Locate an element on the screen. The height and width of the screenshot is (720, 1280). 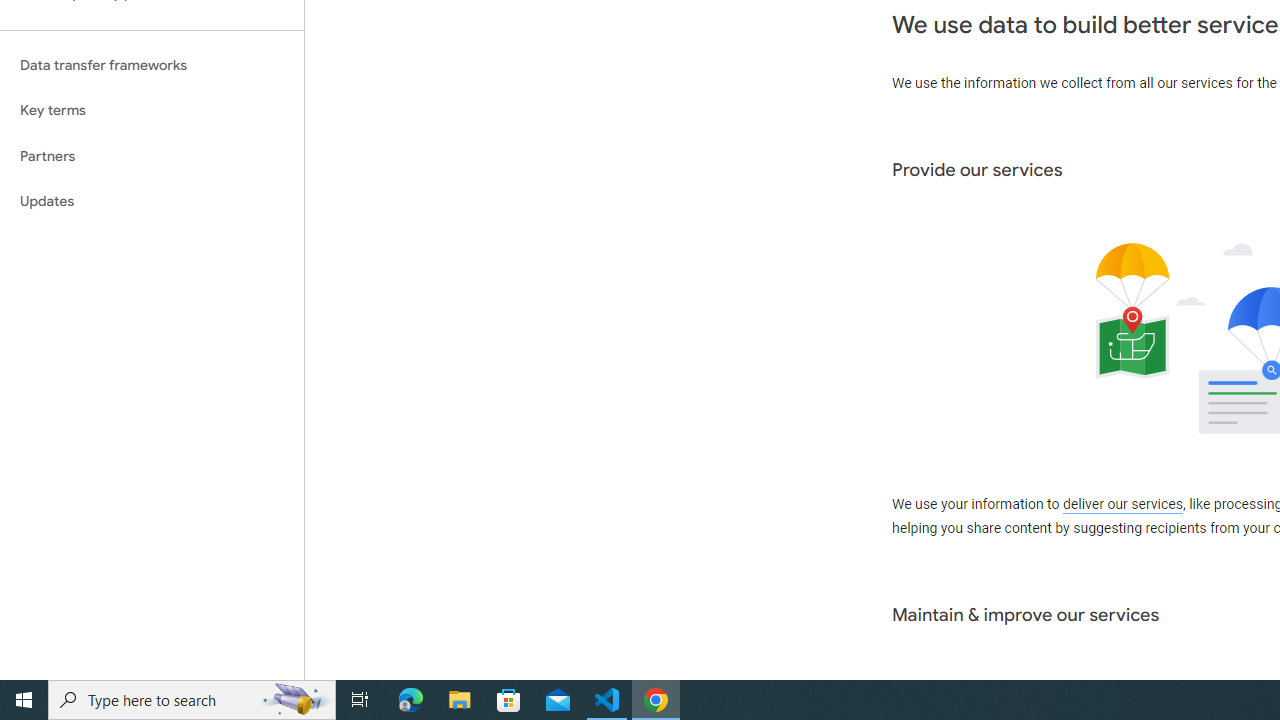
'Partners' is located at coordinates (151, 155).